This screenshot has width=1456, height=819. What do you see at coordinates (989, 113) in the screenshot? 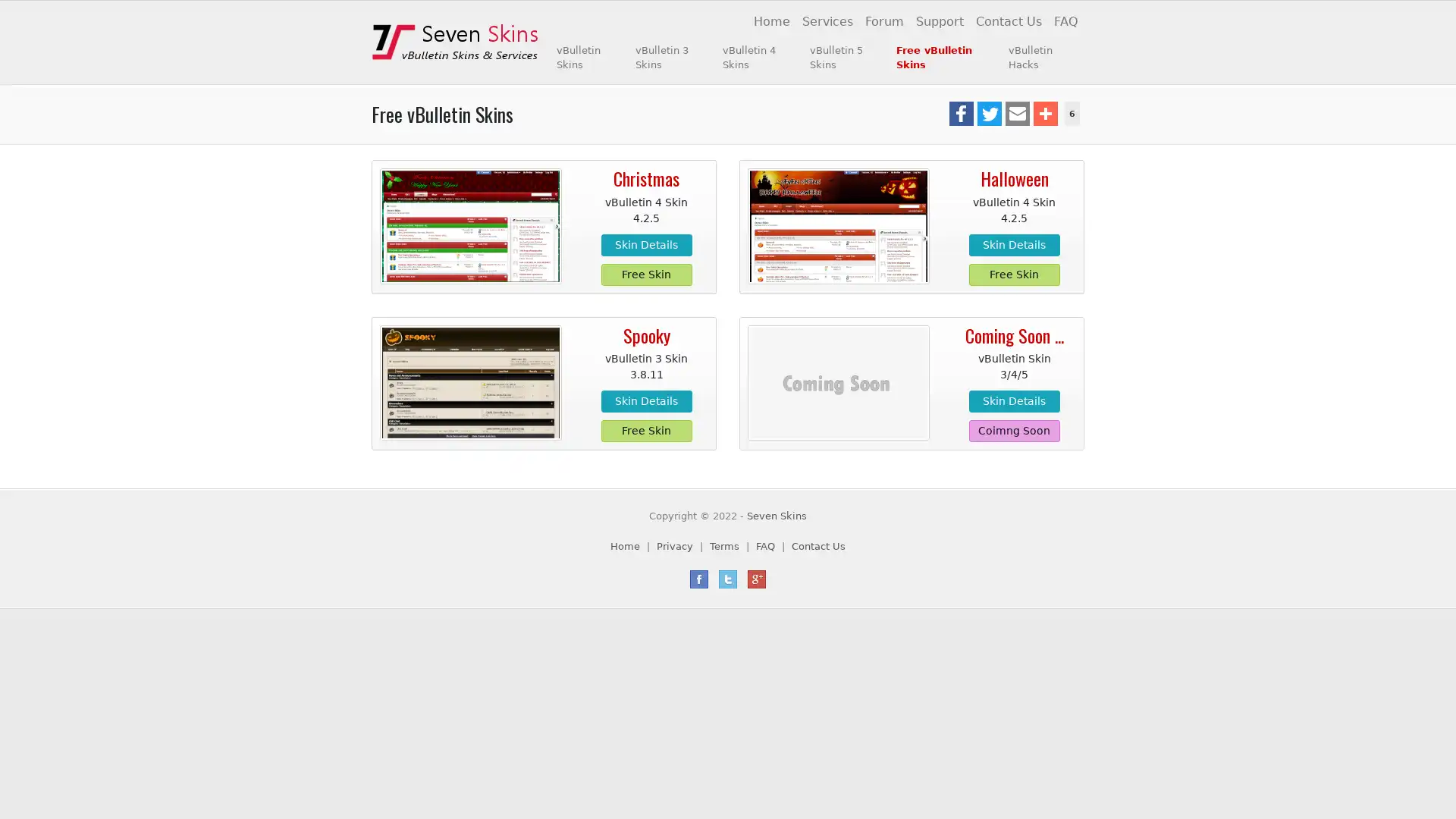
I see `Share to Twitter` at bounding box center [989, 113].